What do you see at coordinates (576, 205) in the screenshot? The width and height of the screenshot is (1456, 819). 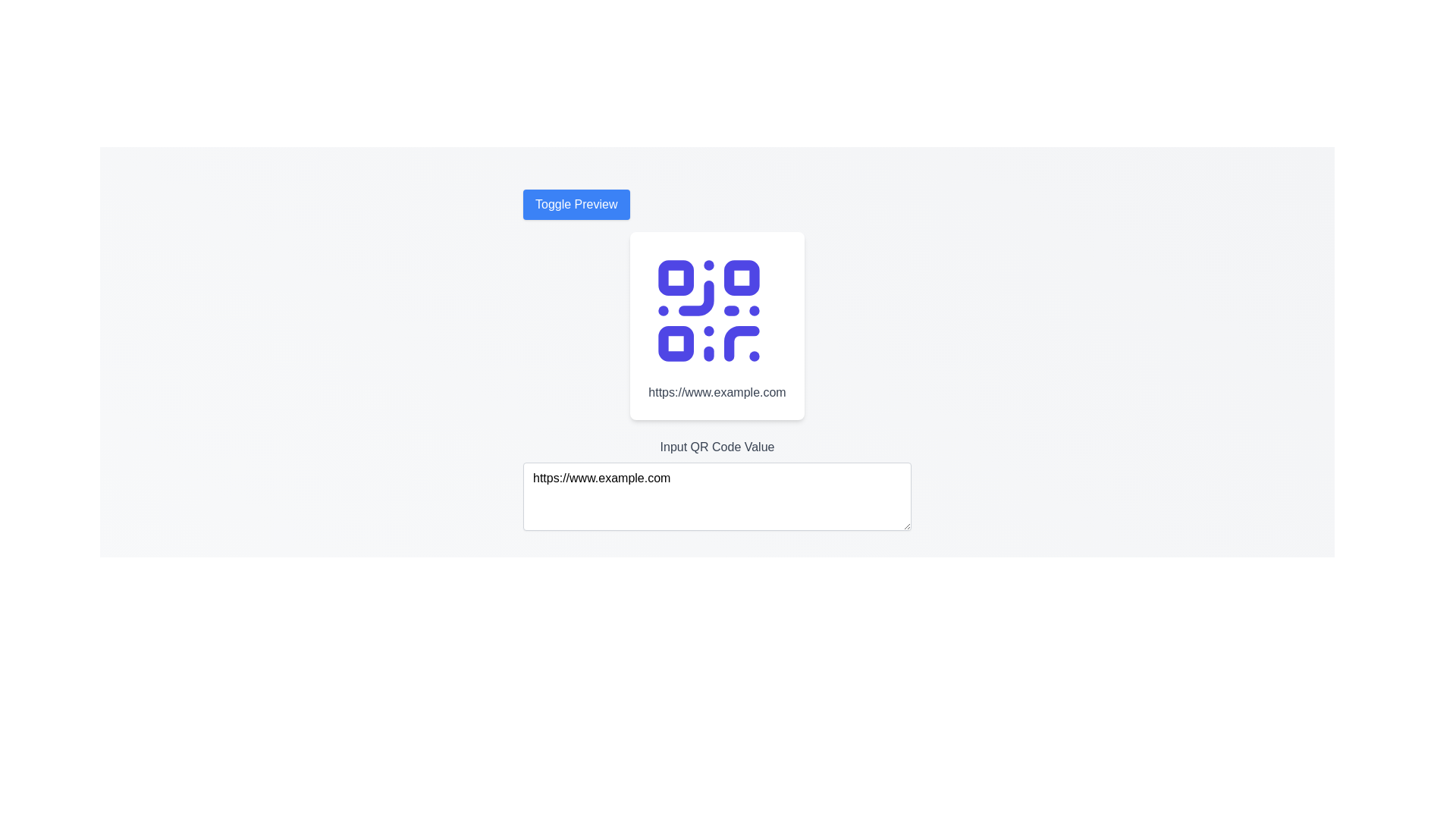 I see `the 'Toggle Preview' button, which is a rectangular button with a blue background and white text, to observe the hover effect` at bounding box center [576, 205].